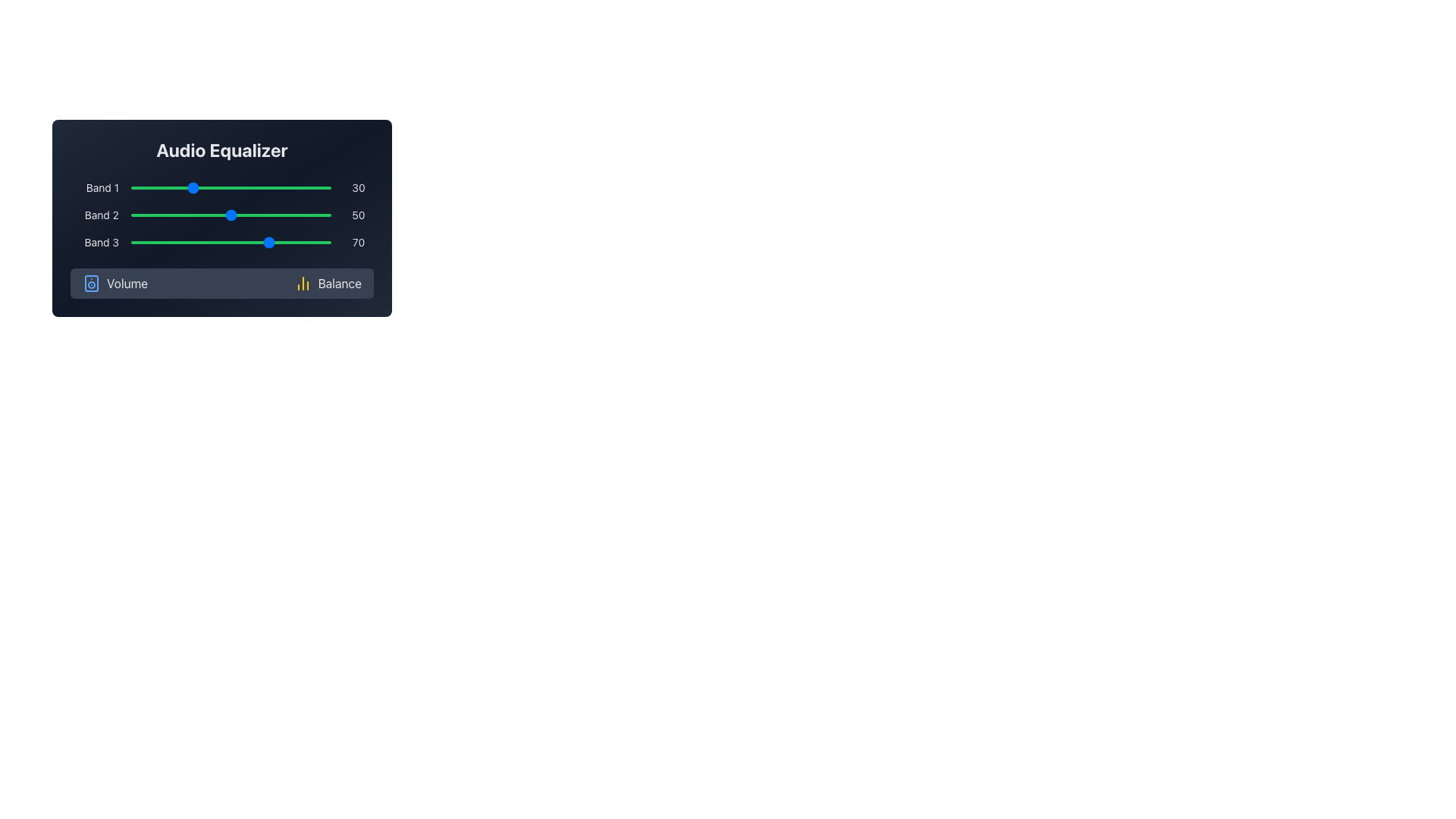  I want to click on the Band 3 slider, so click(173, 242).